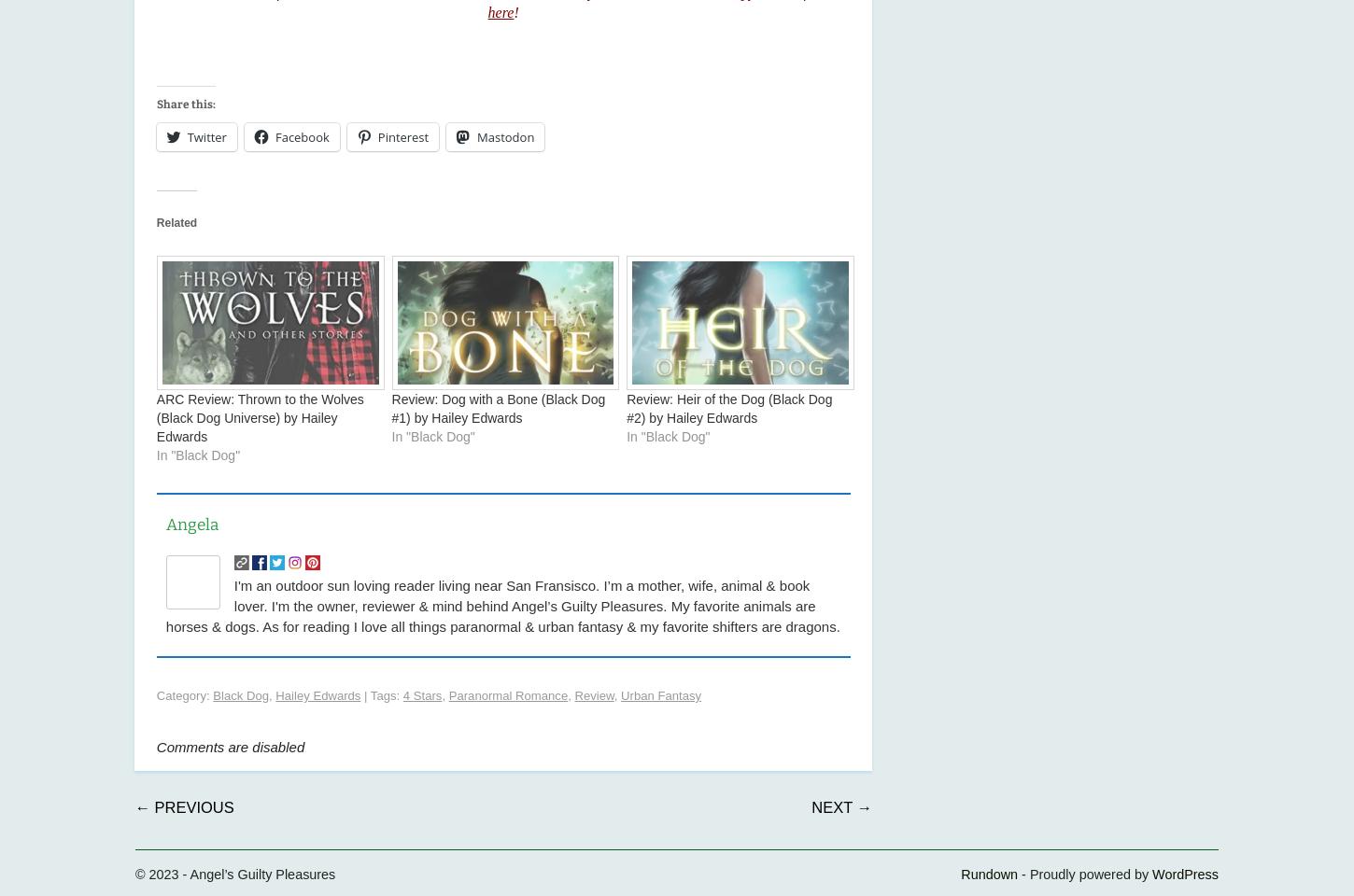 The height and width of the screenshot is (896, 1354). I want to click on 'Review', so click(592, 694).